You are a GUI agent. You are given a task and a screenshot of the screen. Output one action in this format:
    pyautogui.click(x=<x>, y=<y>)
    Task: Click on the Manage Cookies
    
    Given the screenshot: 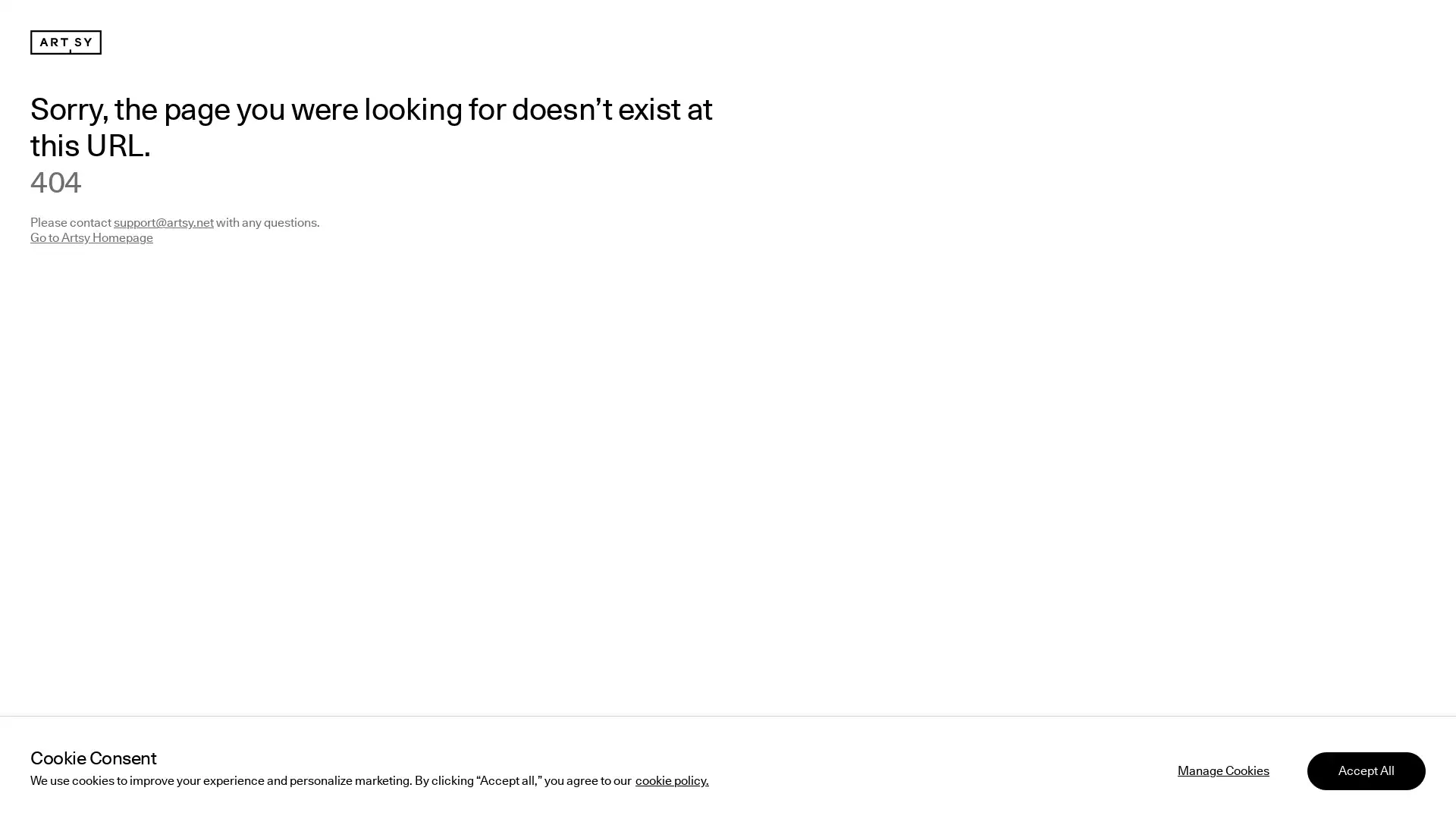 What is the action you would take?
    pyautogui.click(x=1223, y=769)
    